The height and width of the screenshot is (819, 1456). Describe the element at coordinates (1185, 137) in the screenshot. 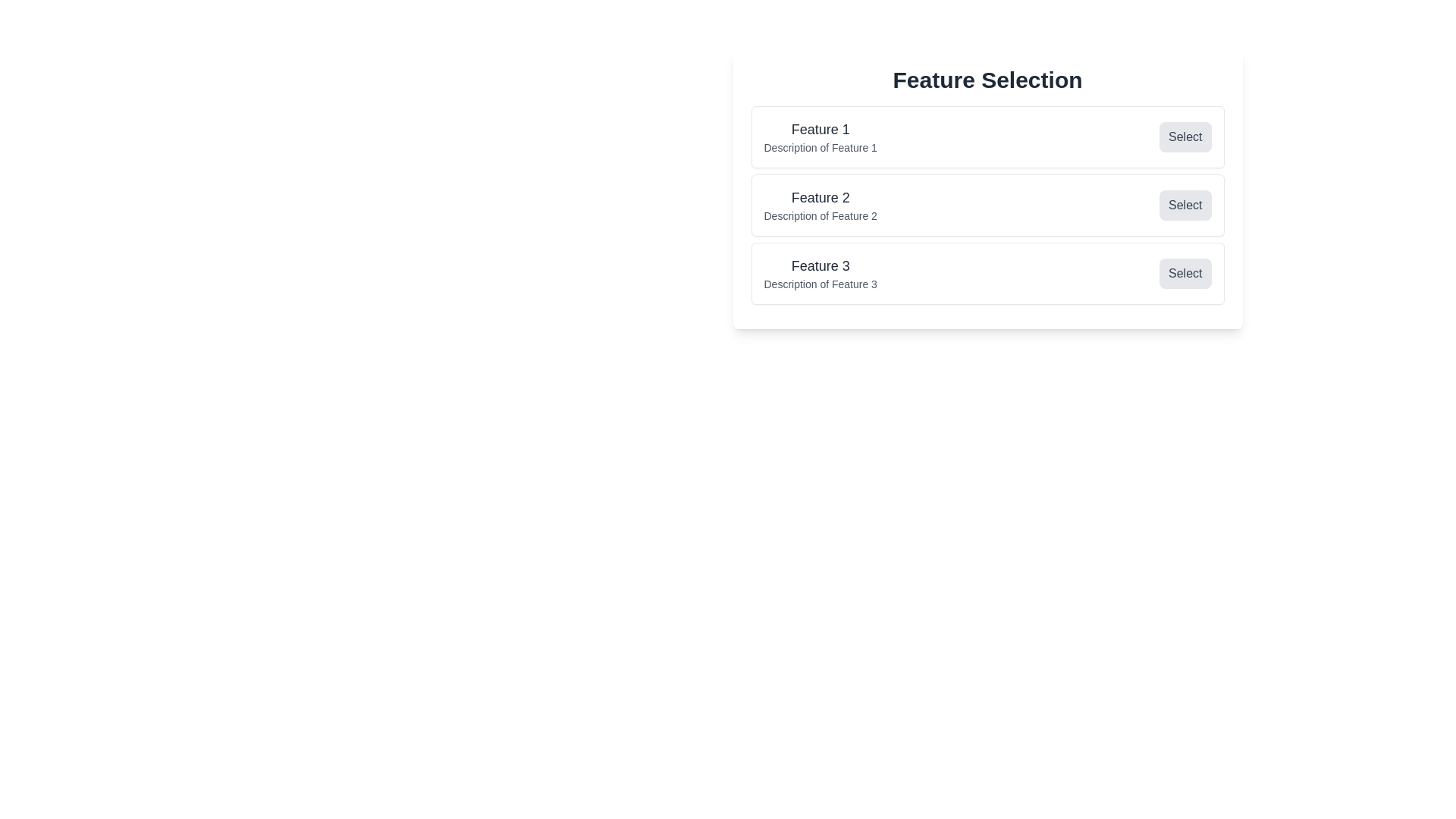

I see `the button on the right edge of the first row` at that location.